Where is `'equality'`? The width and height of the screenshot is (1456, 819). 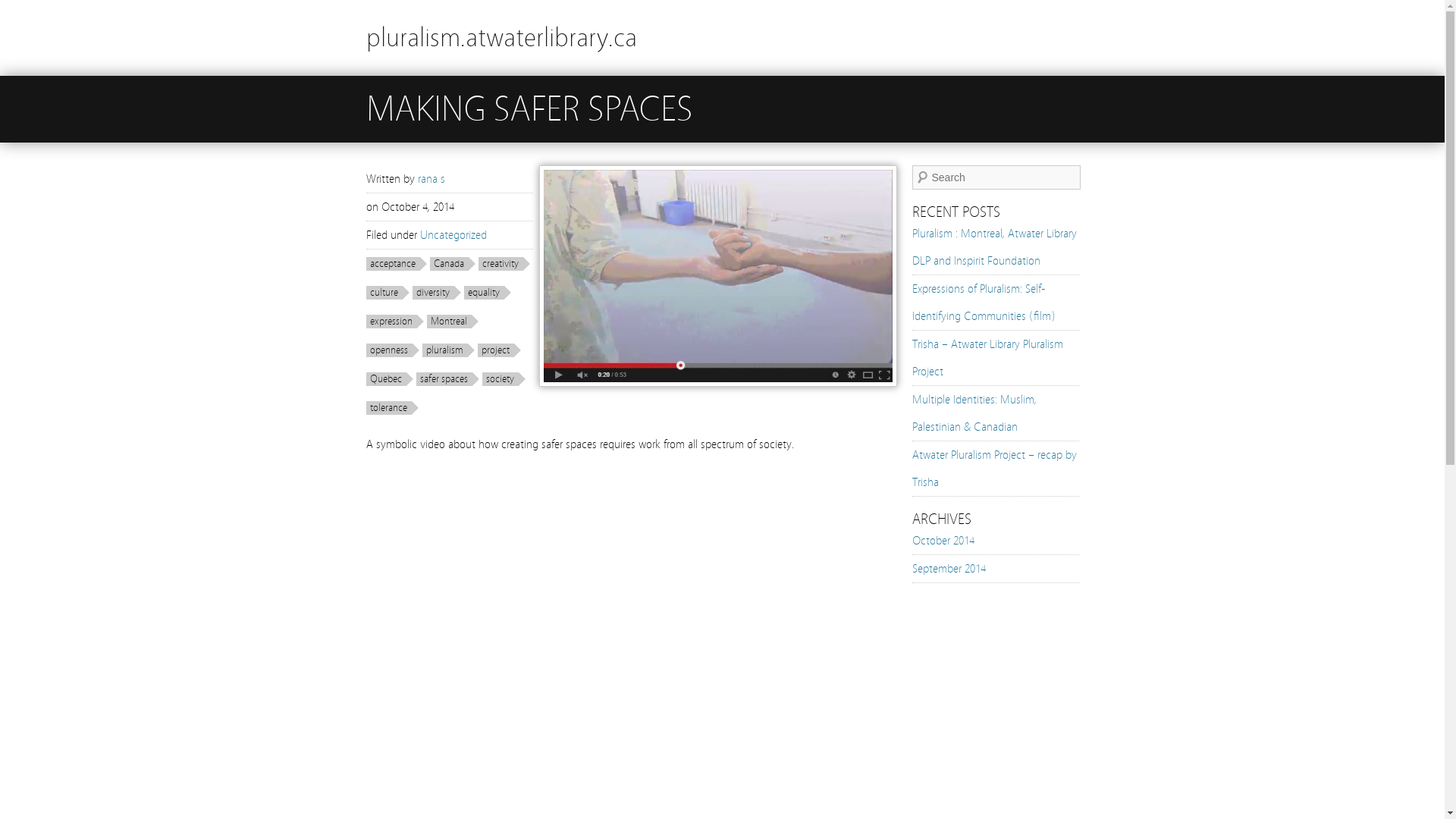 'equality' is located at coordinates (488, 292).